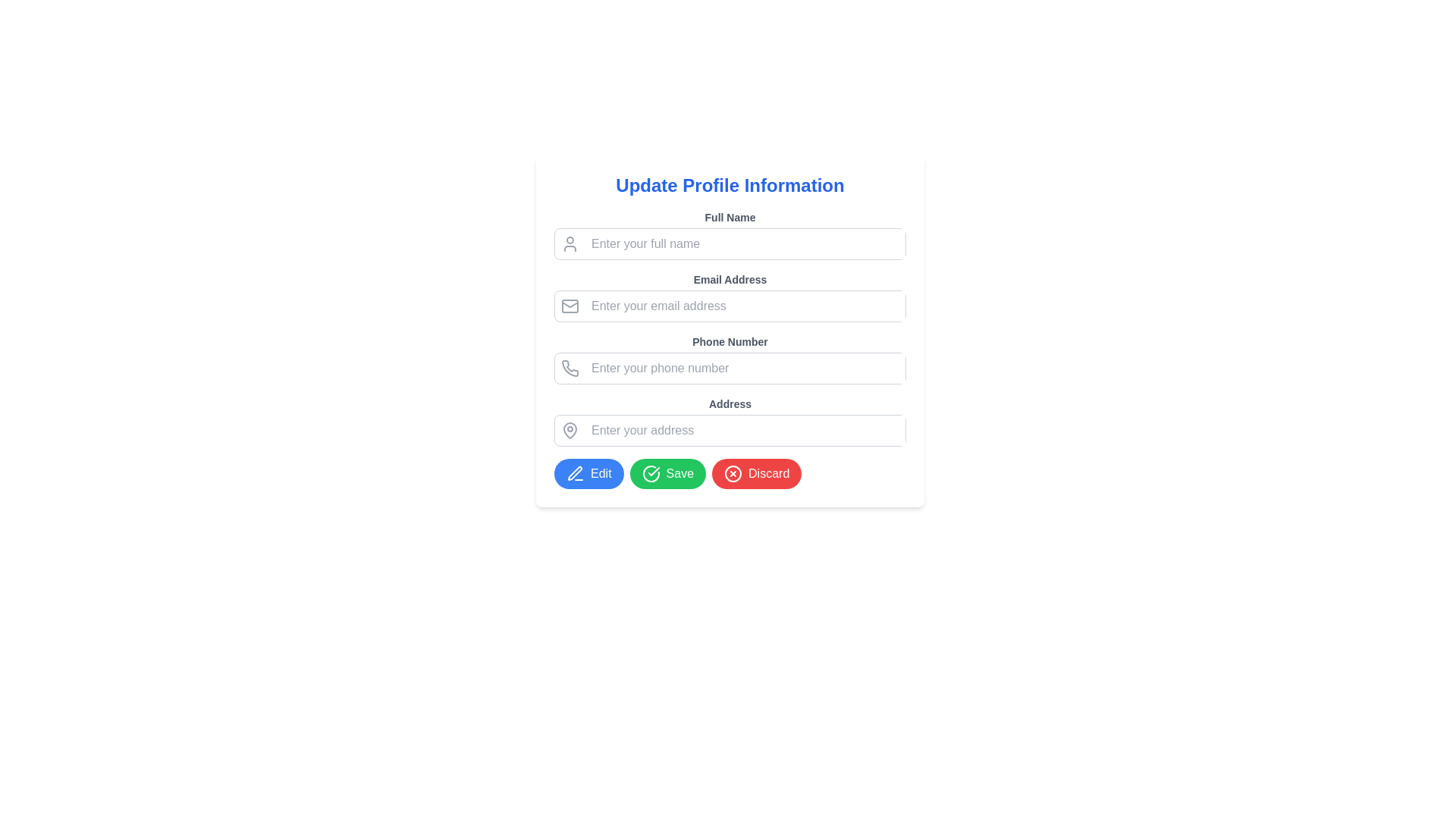 Image resolution: width=1456 pixels, height=819 pixels. What do you see at coordinates (733, 472) in the screenshot?
I see `the 'Discard' button, which is the rightmost red button among three at the bottom of the form interface` at bounding box center [733, 472].